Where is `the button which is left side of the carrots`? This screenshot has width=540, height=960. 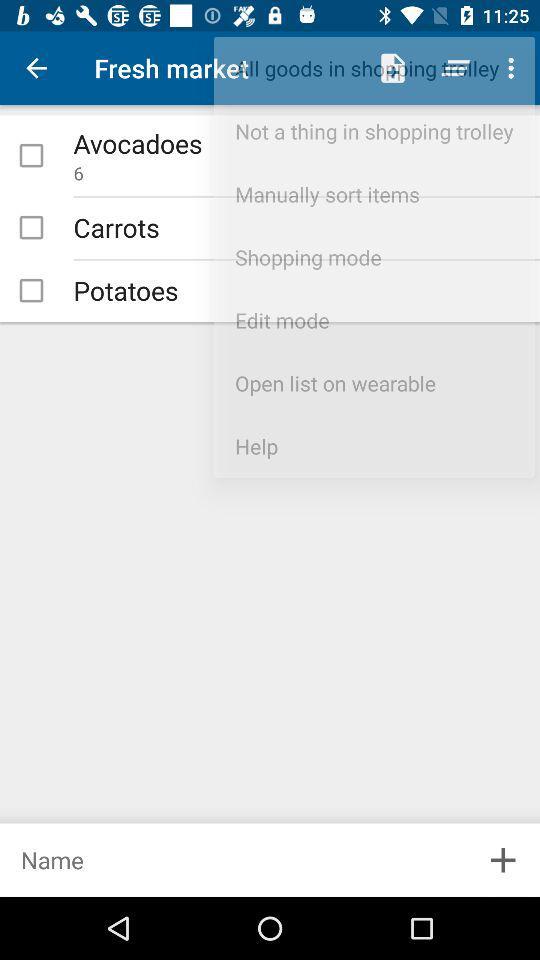 the button which is left side of the carrots is located at coordinates (31, 228).